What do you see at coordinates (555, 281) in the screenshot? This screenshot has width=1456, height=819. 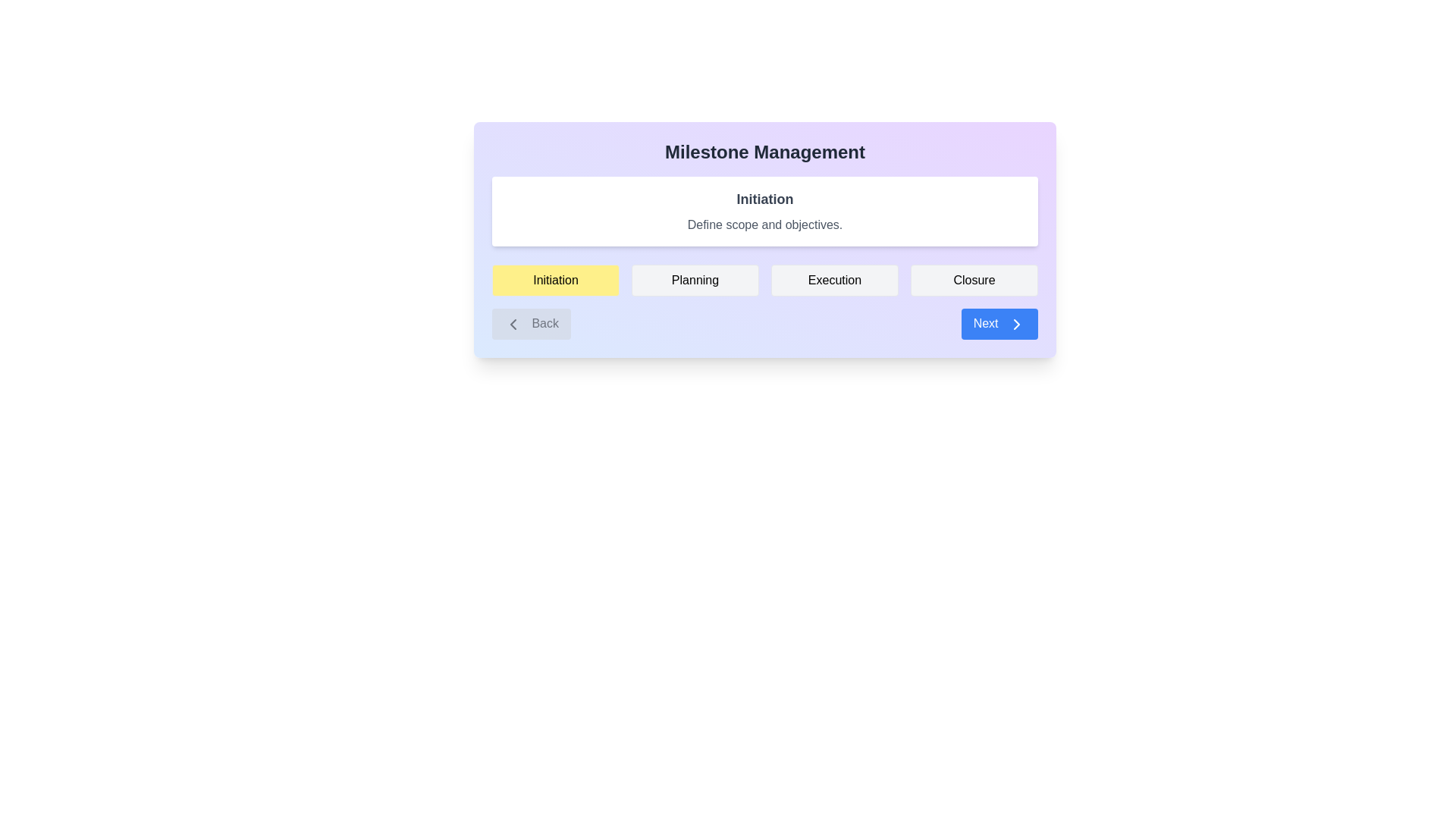 I see `the milestone label styled as a button indicating 'Initiation', which is the first in a sequence of milestone labels aligned horizontally` at bounding box center [555, 281].